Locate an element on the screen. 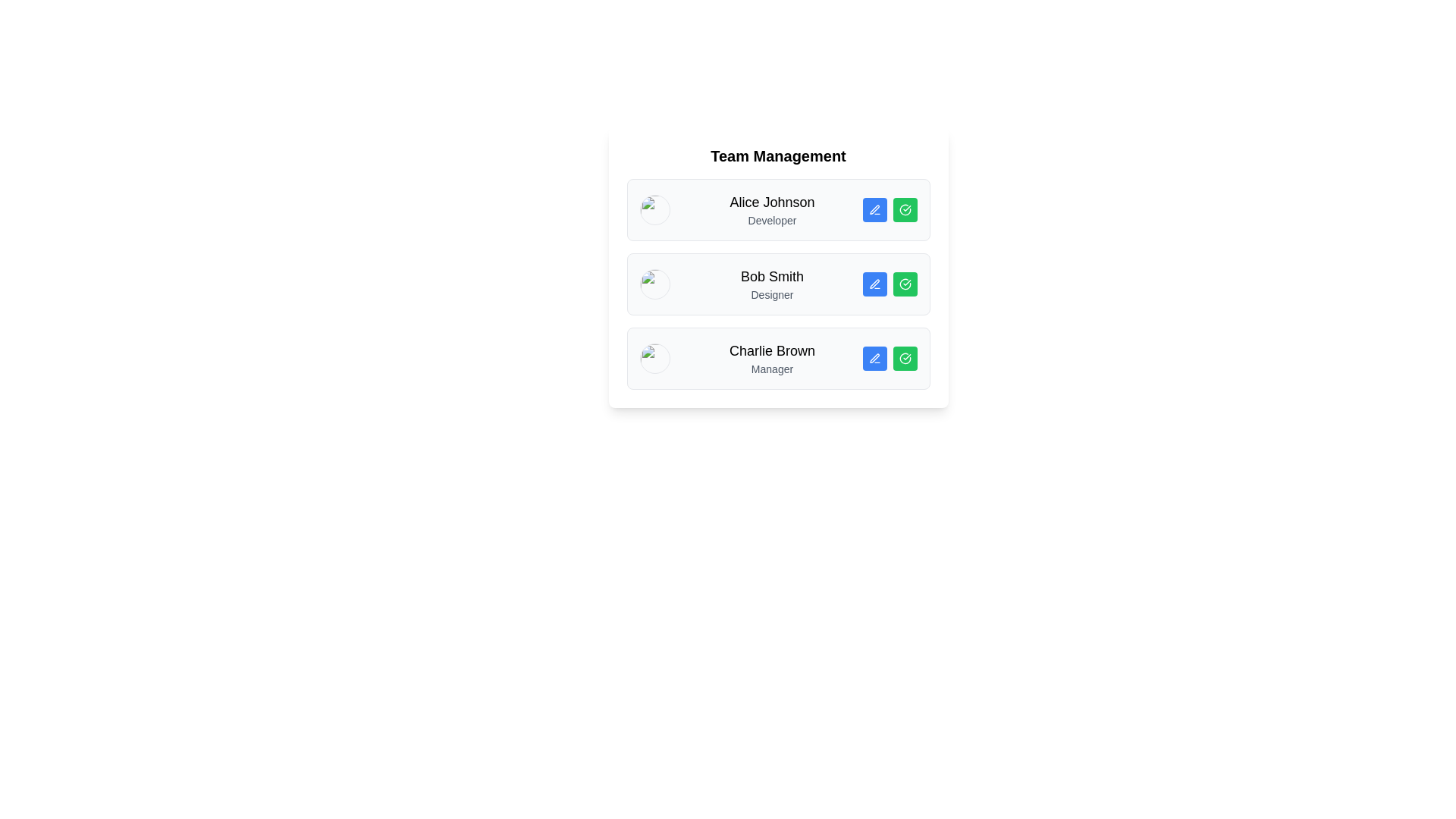 This screenshot has height=819, width=1456. the circular avatar placeholder image for 'Alice Johnson Developer' is located at coordinates (654, 210).